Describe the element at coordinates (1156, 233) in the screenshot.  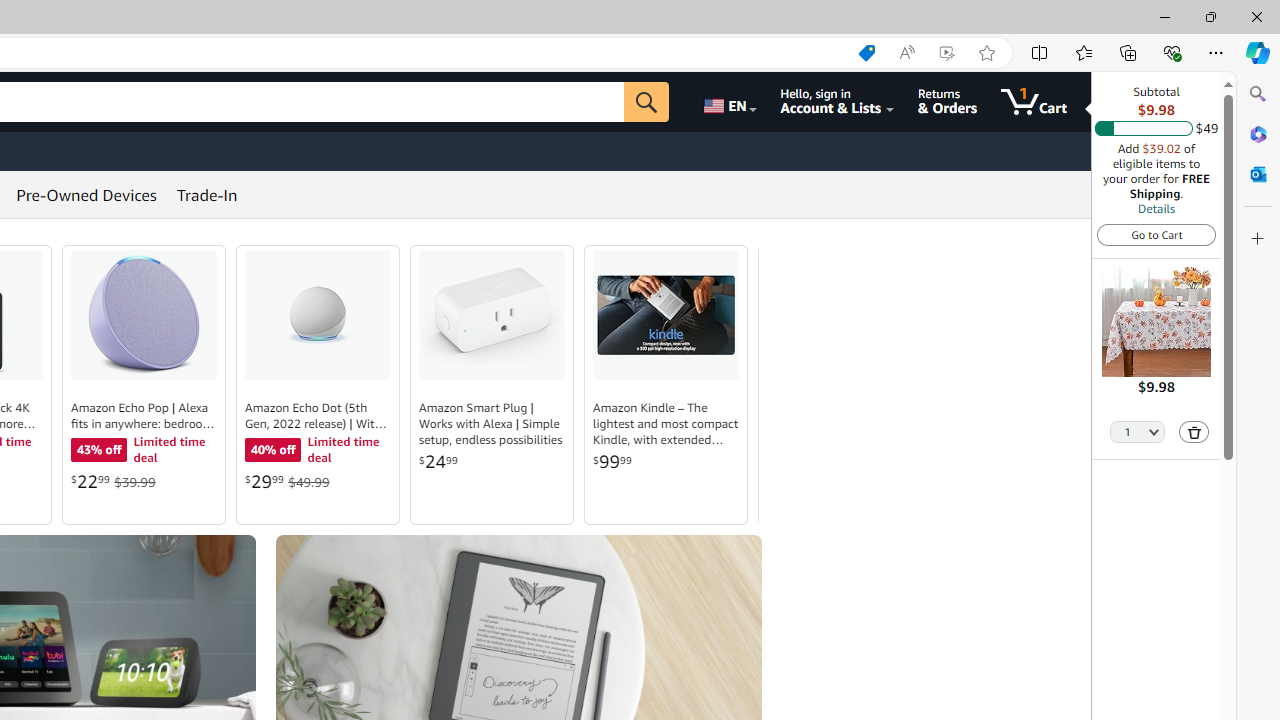
I see `'Go to Cart'` at that location.